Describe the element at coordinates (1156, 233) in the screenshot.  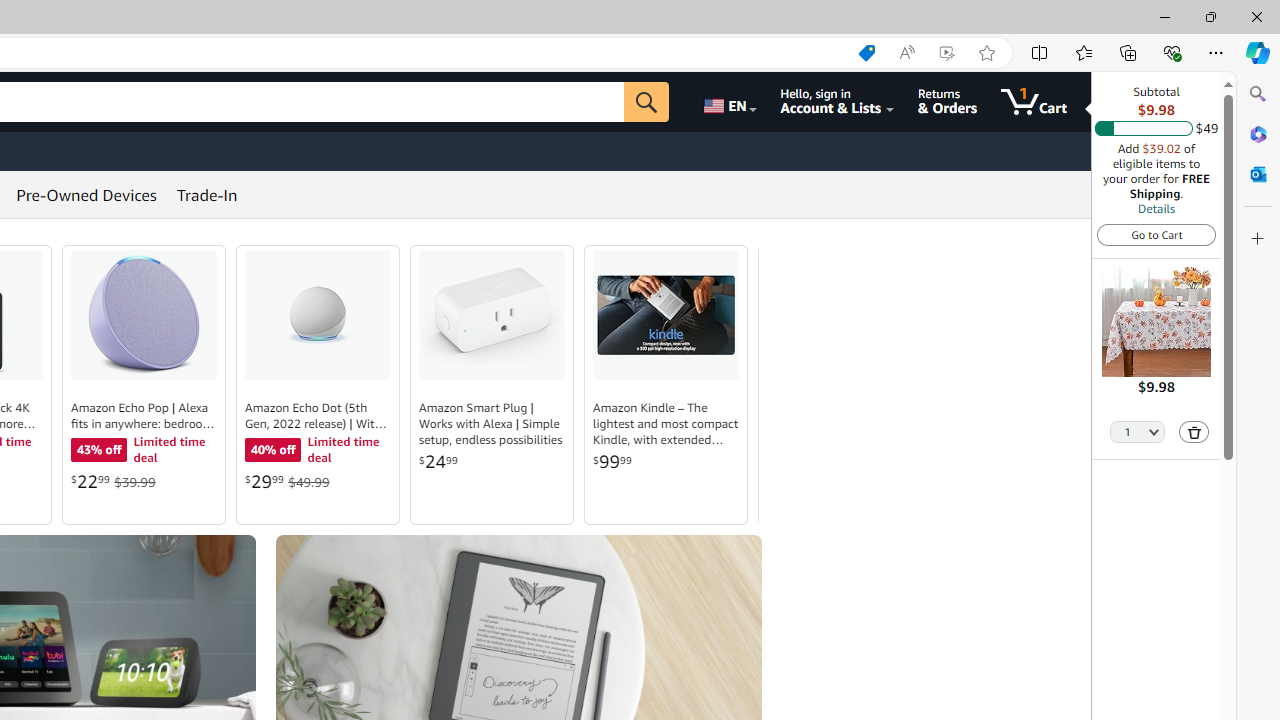
I see `'Go to Cart'` at that location.